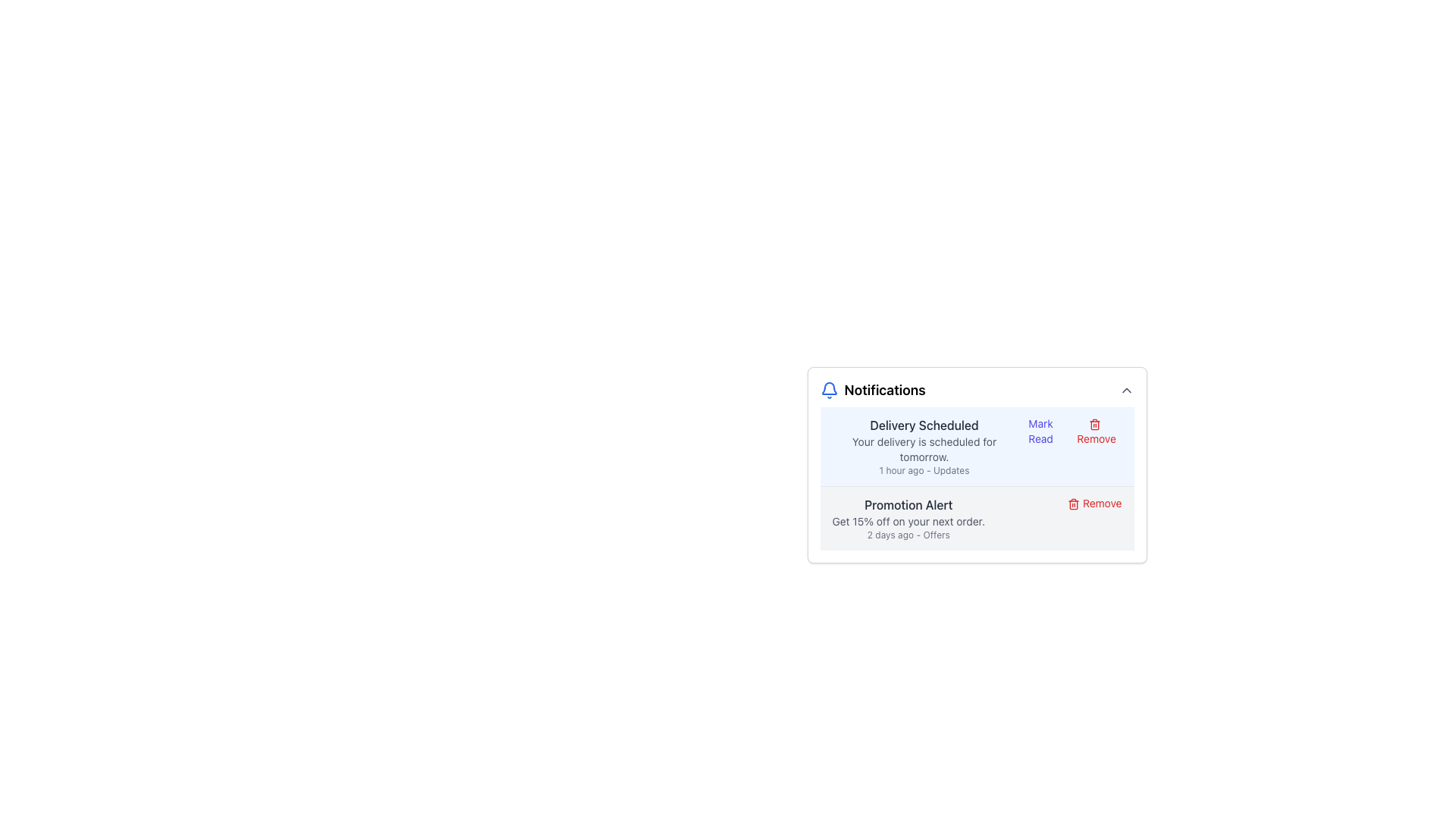  I want to click on the removal icon next to the 'Remove' label in the notifications interface, so click(1073, 504).